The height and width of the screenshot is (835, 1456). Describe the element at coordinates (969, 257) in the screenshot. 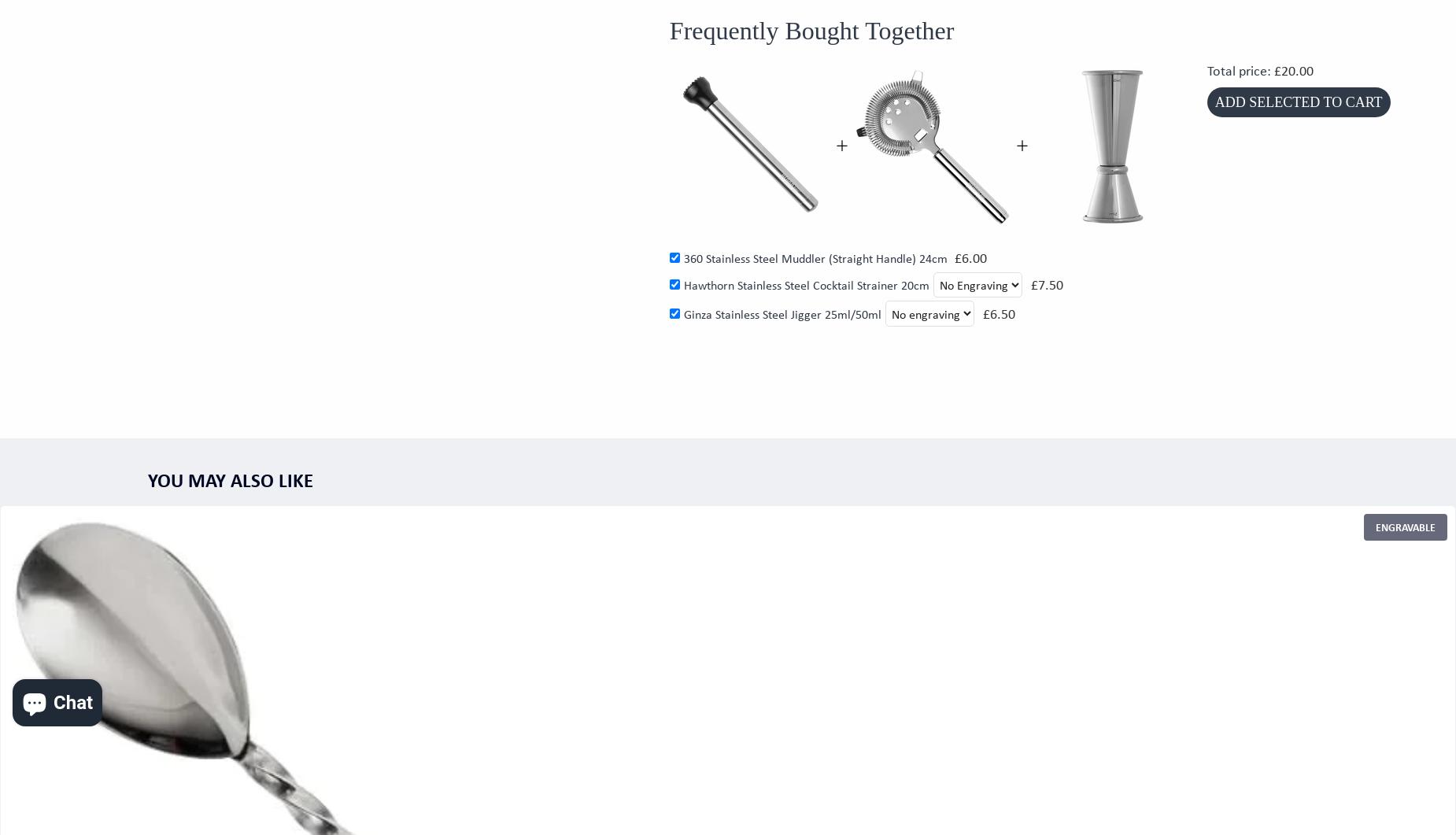

I see `'£6.00'` at that location.